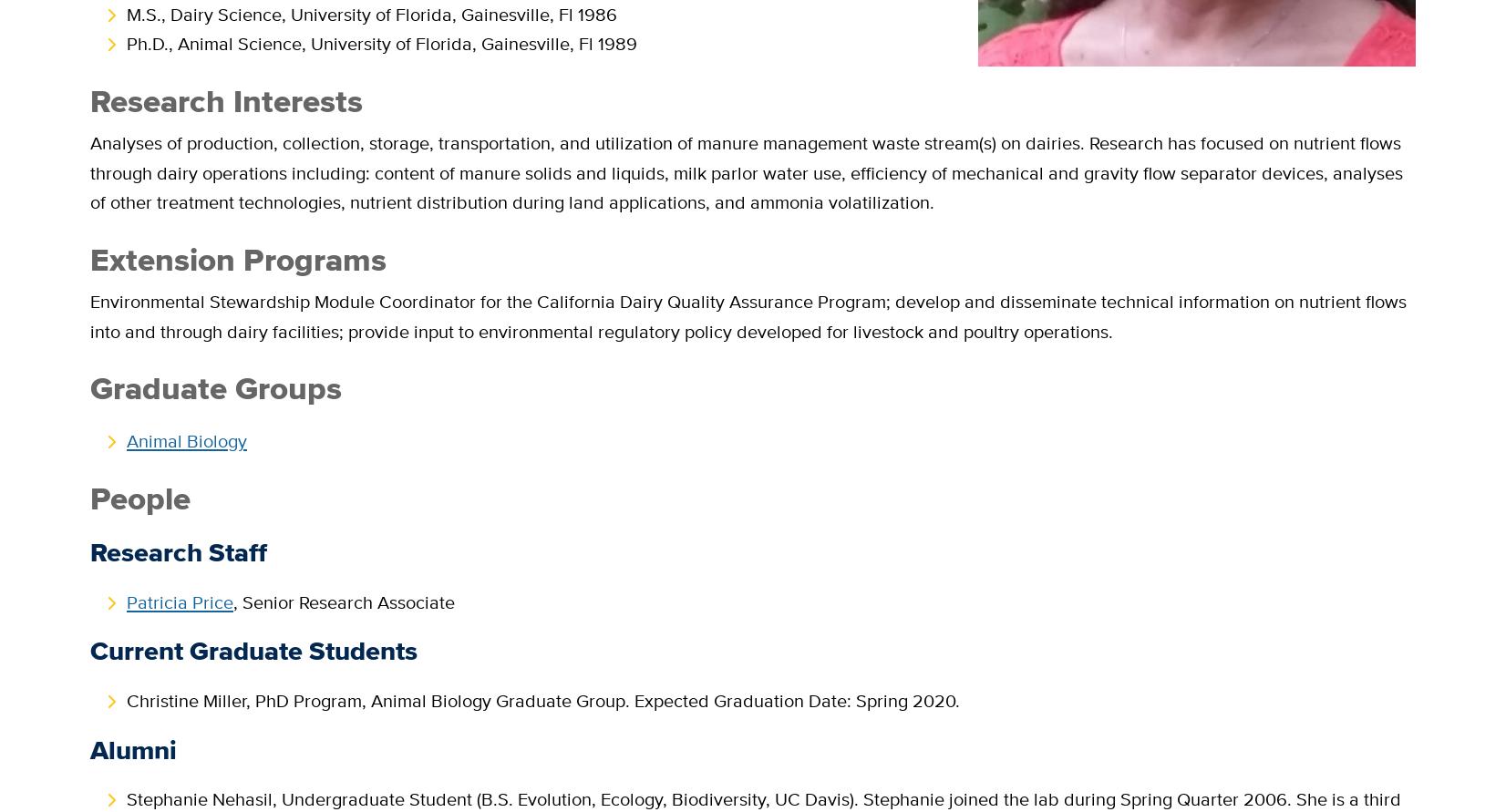  I want to click on 'Analyses of production, collection, storage, transportation, and utilization of manure management waste stream(s) on dairies. Research has focused on nutrient flows through dairy operations including: content of manure solids and liquids, milk parlor water use, efficiency of mechanical and gravity flow separator devices, analyses of other treatment technologies, nutrient distribution during land applications, and ammonia volatilization.', so click(747, 171).